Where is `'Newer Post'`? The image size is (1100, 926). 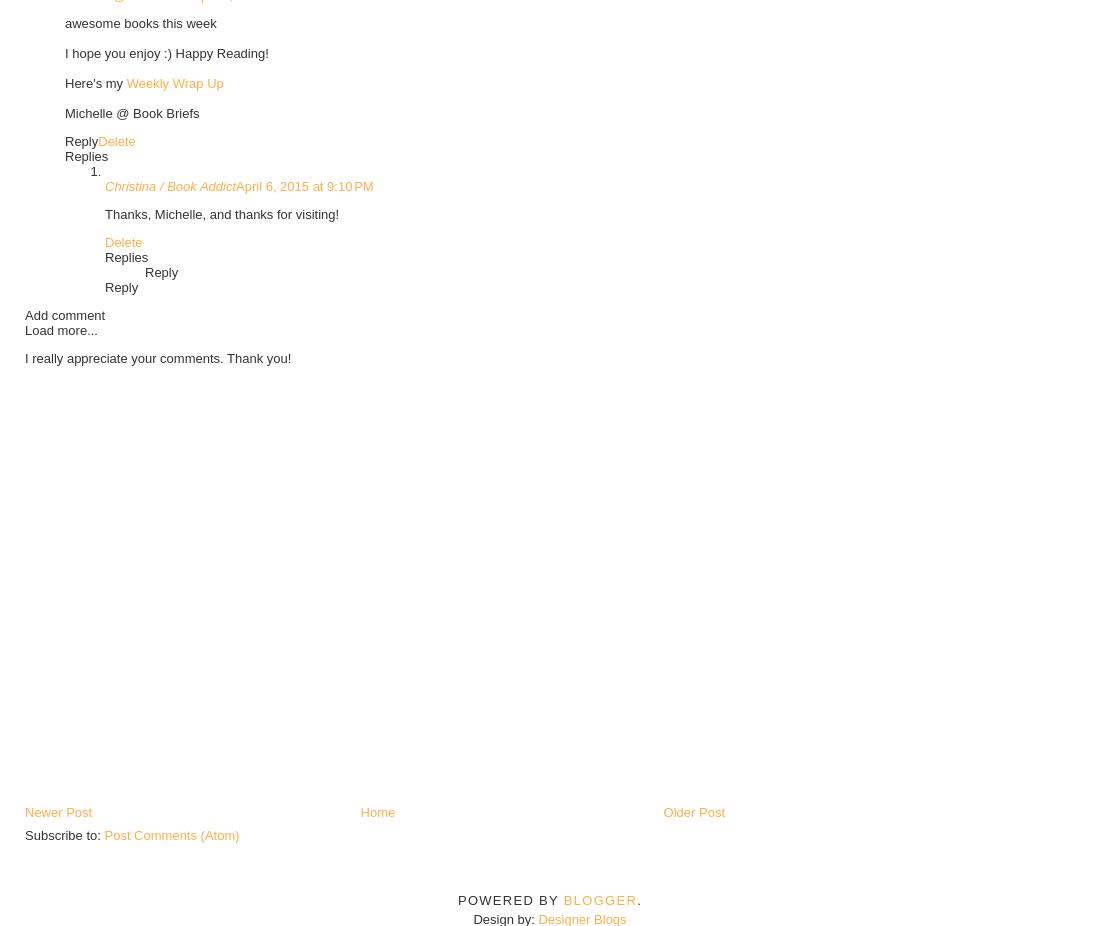
'Newer Post' is located at coordinates (23, 811).